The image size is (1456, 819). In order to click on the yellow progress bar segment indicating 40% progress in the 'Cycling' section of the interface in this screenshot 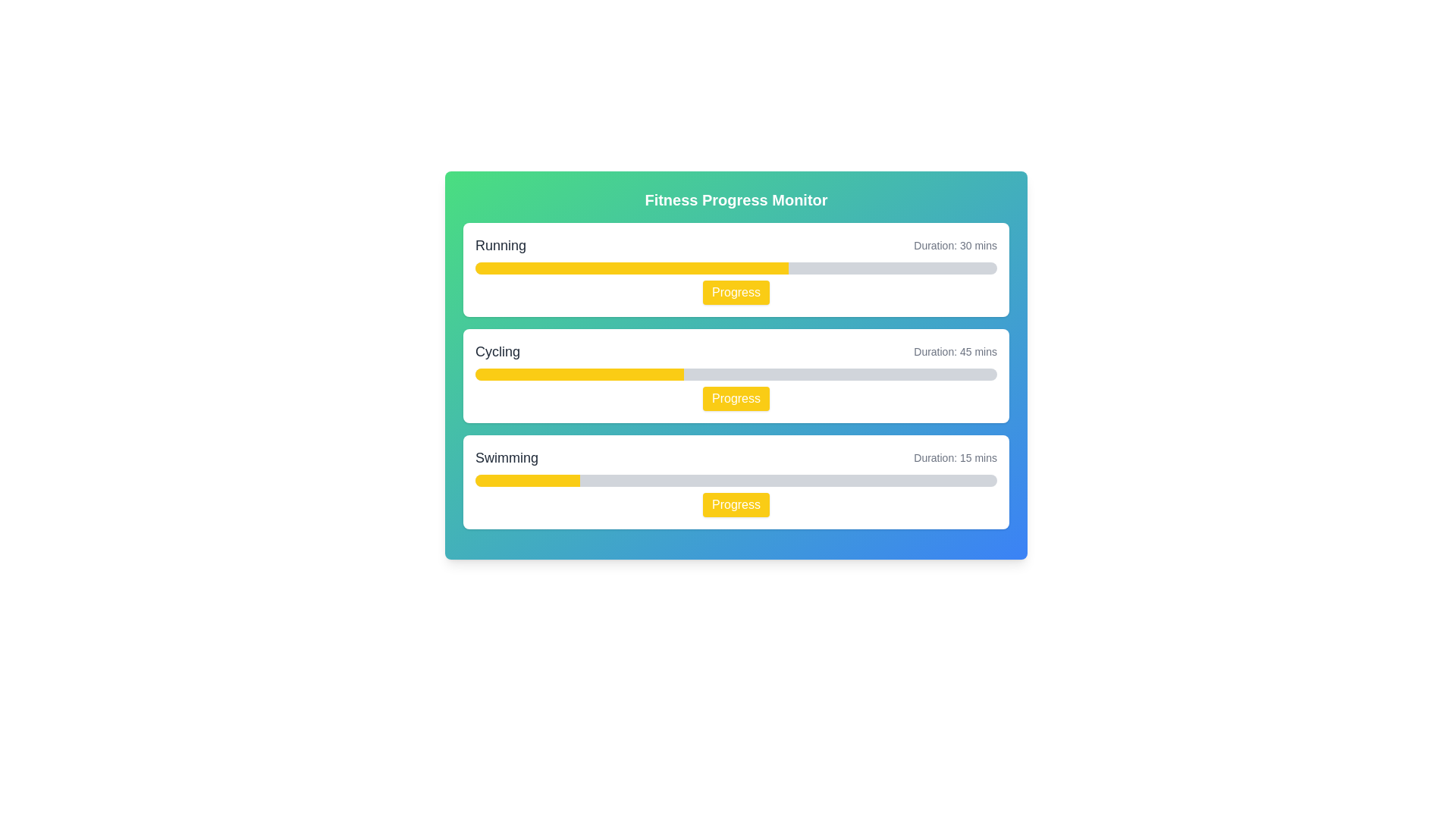, I will do `click(579, 374)`.